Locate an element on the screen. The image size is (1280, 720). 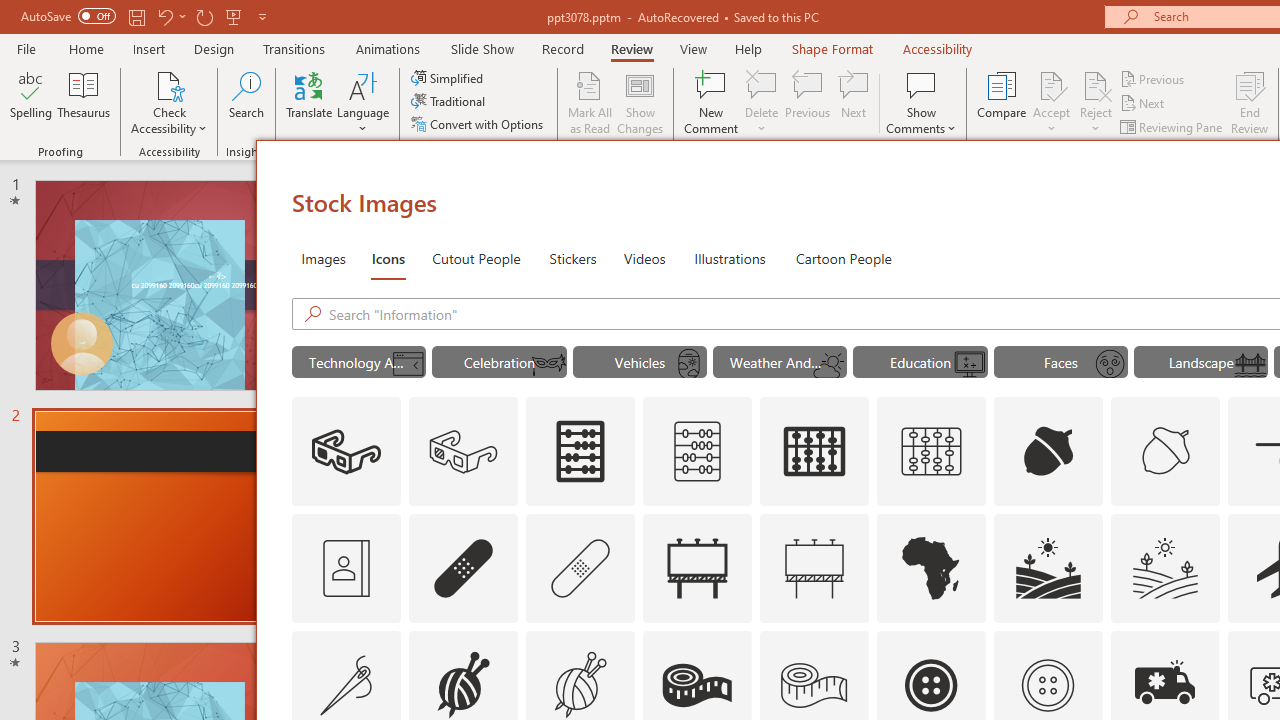
'AutomationID: Icons_PartialSun_M' is located at coordinates (829, 364).